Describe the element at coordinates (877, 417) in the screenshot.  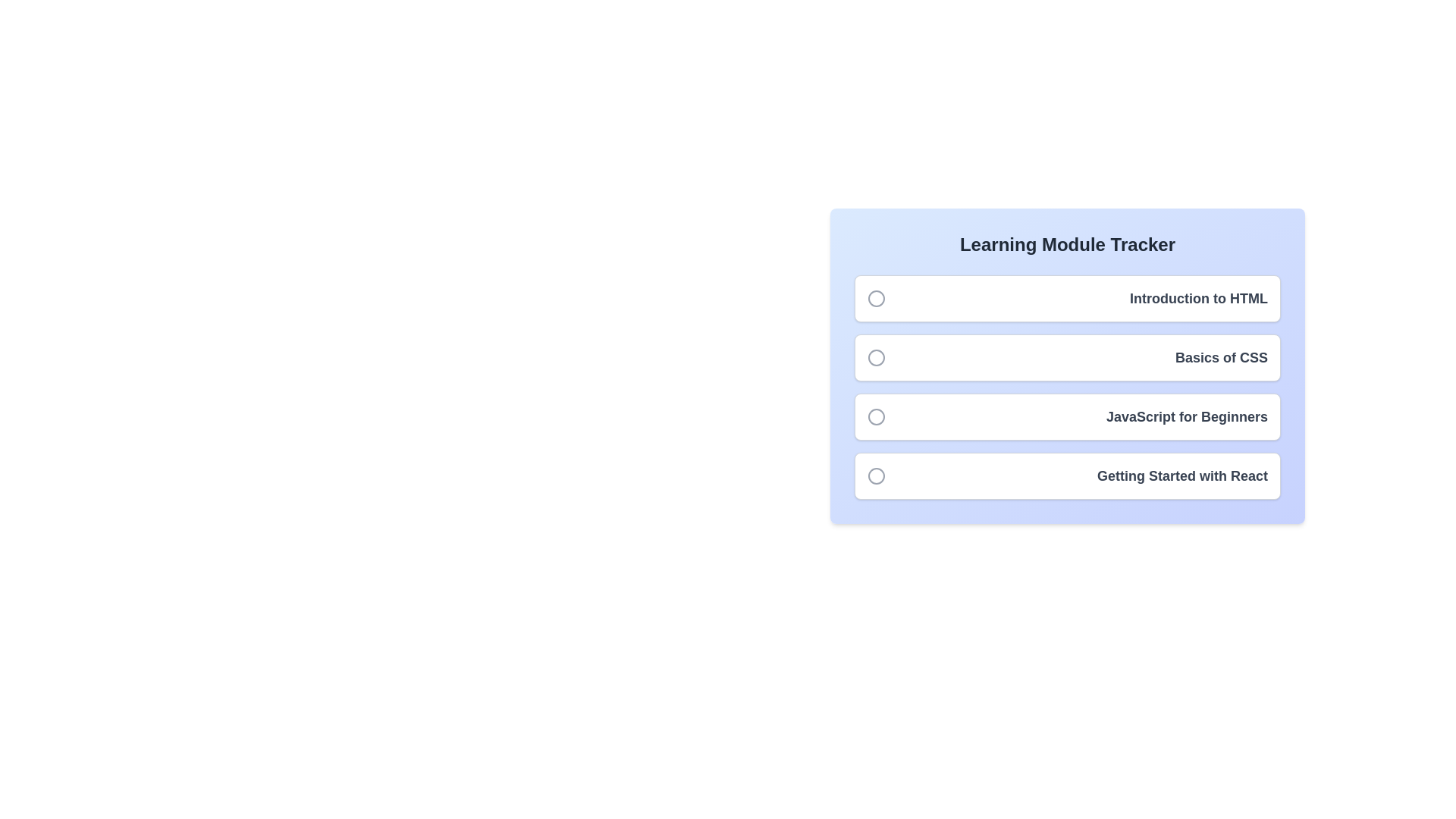
I see `the radio button indicator for the 'JavaScript for Beginners' module to receive visual feedback` at that location.